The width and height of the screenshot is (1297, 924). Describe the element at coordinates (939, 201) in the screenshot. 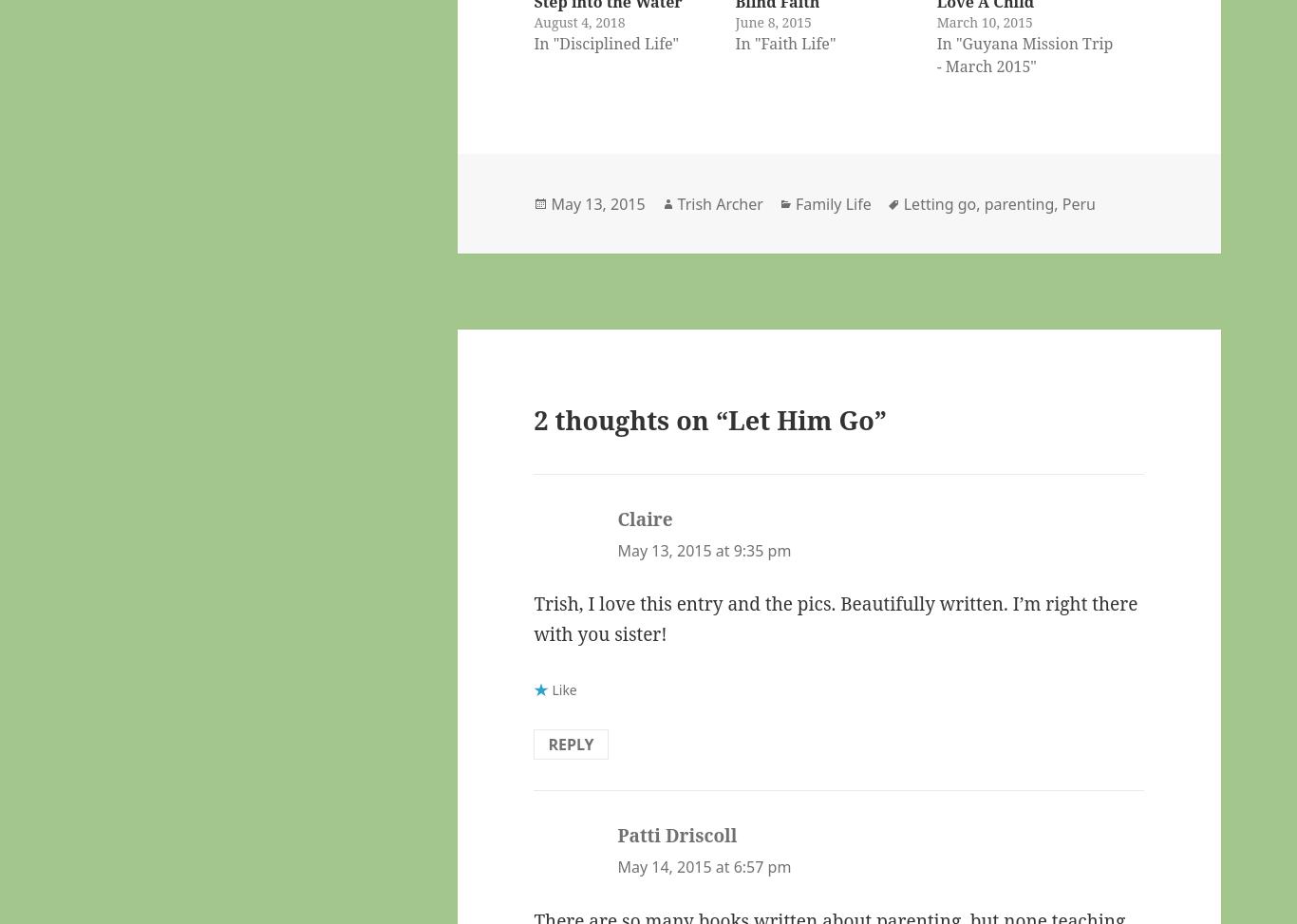

I see `'Letting go'` at that location.